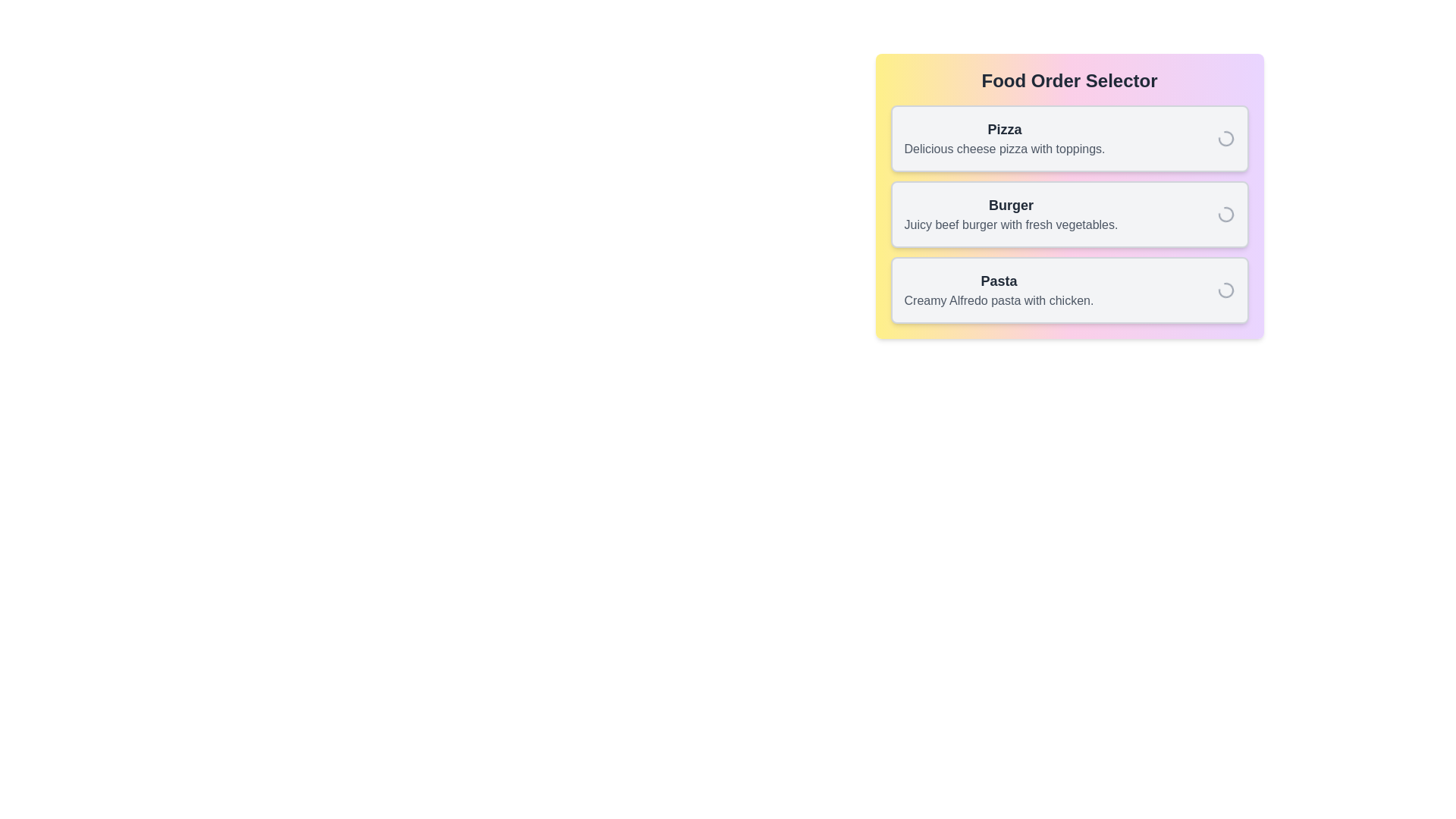  What do you see at coordinates (1068, 214) in the screenshot?
I see `the food item Burger` at bounding box center [1068, 214].